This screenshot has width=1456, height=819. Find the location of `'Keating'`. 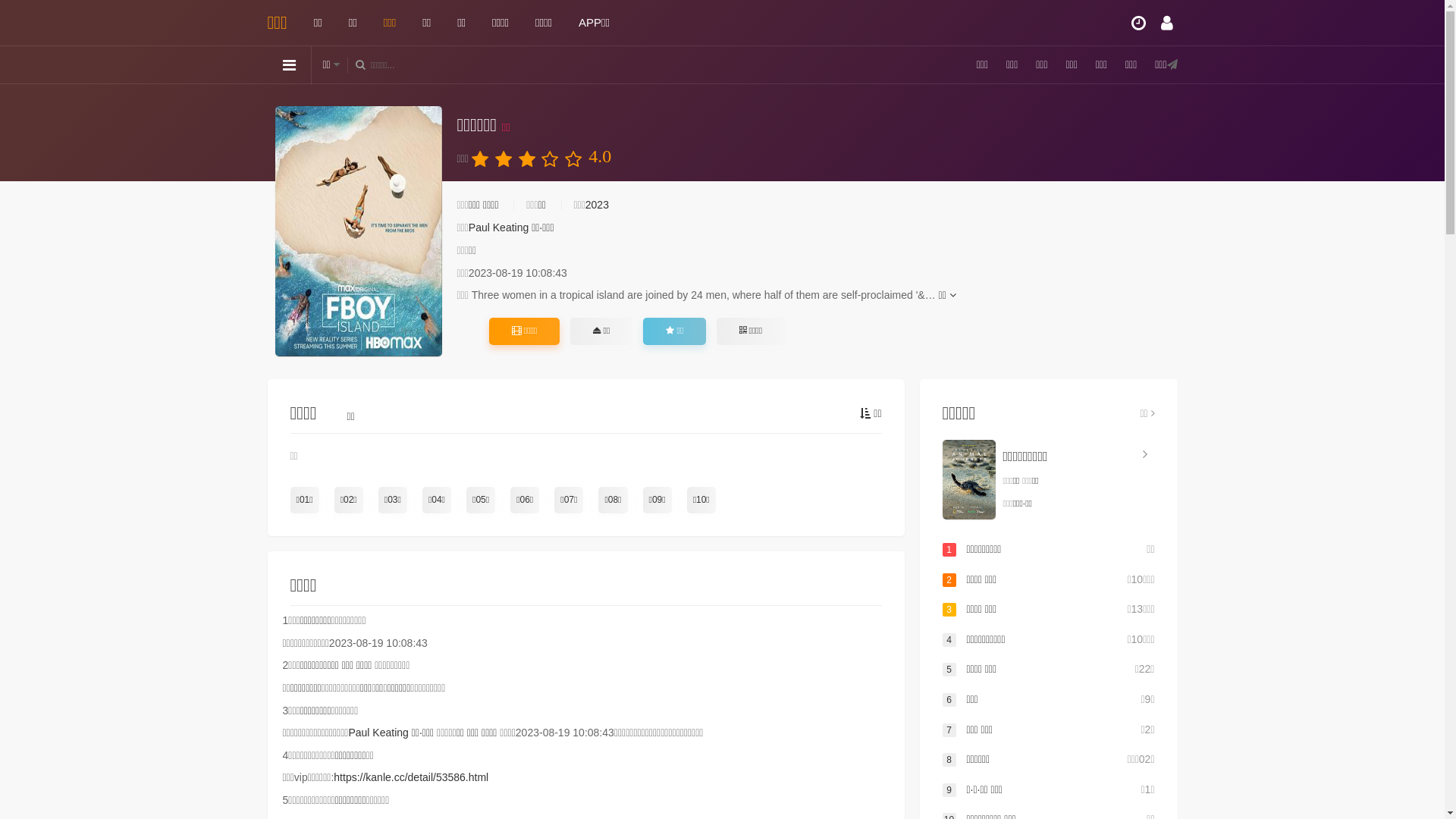

'Keating' is located at coordinates (510, 227).